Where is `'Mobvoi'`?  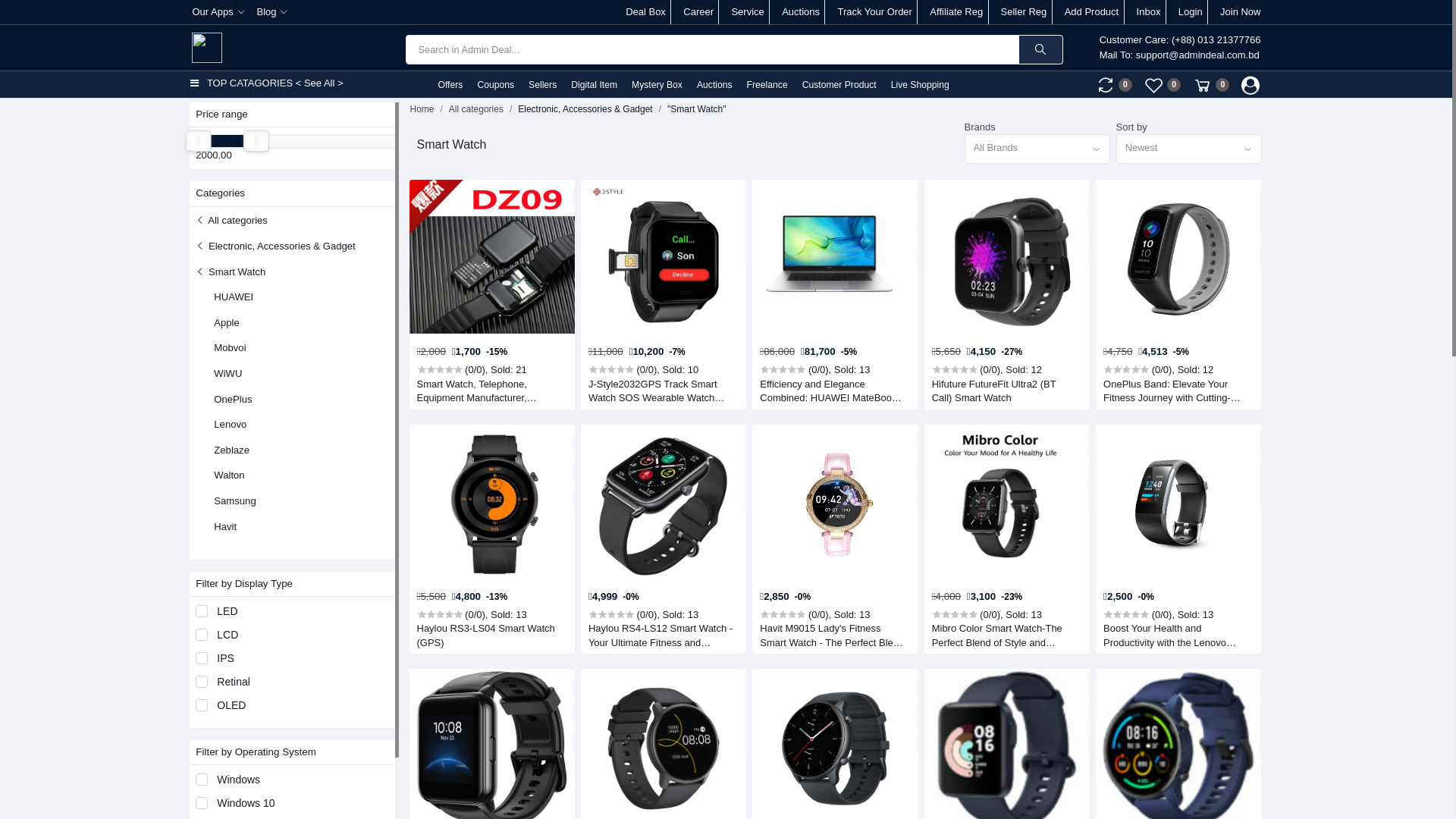 'Mobvoi' is located at coordinates (228, 347).